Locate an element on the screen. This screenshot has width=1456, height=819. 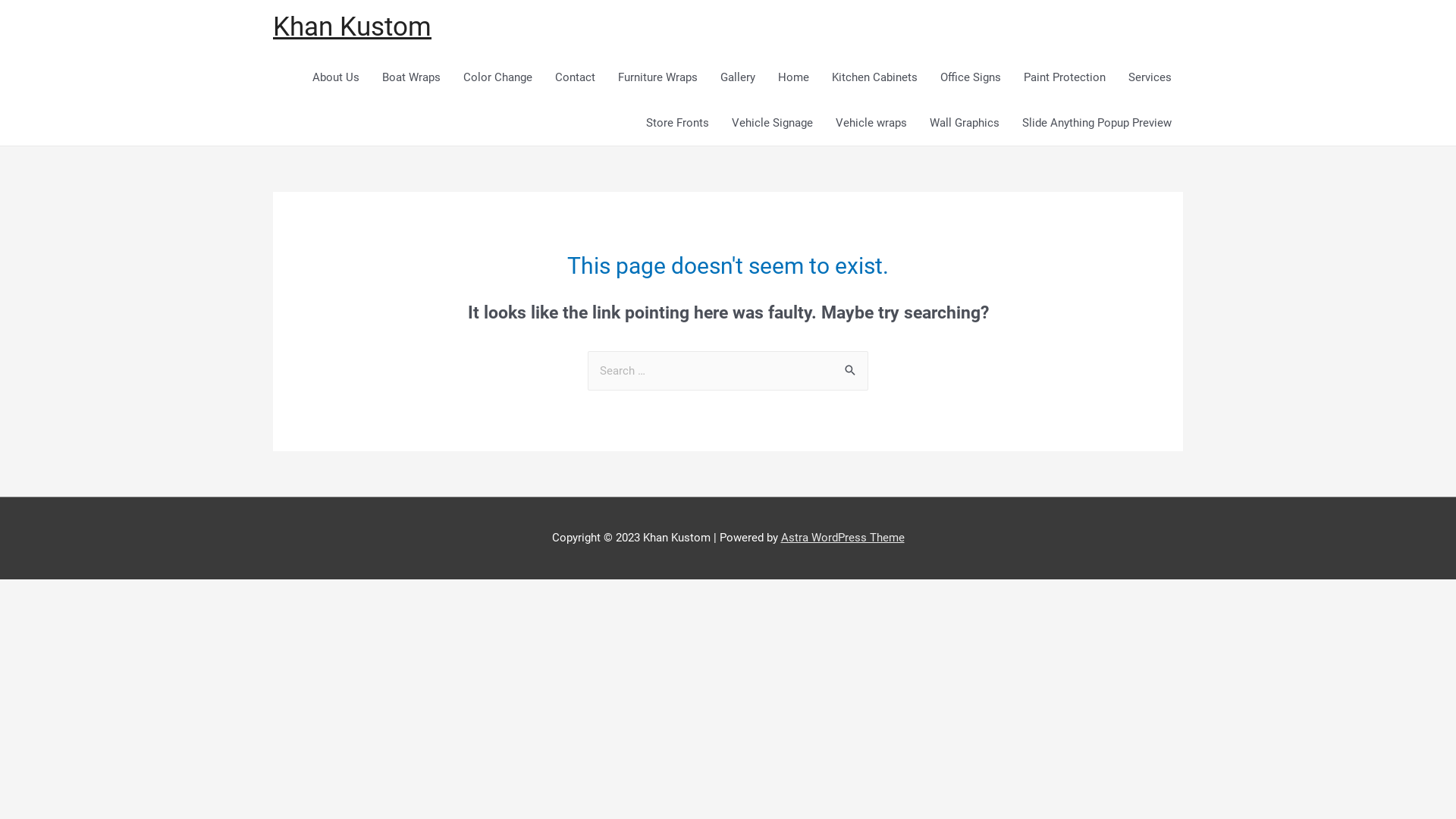
'Khan Kustom' is located at coordinates (351, 27).